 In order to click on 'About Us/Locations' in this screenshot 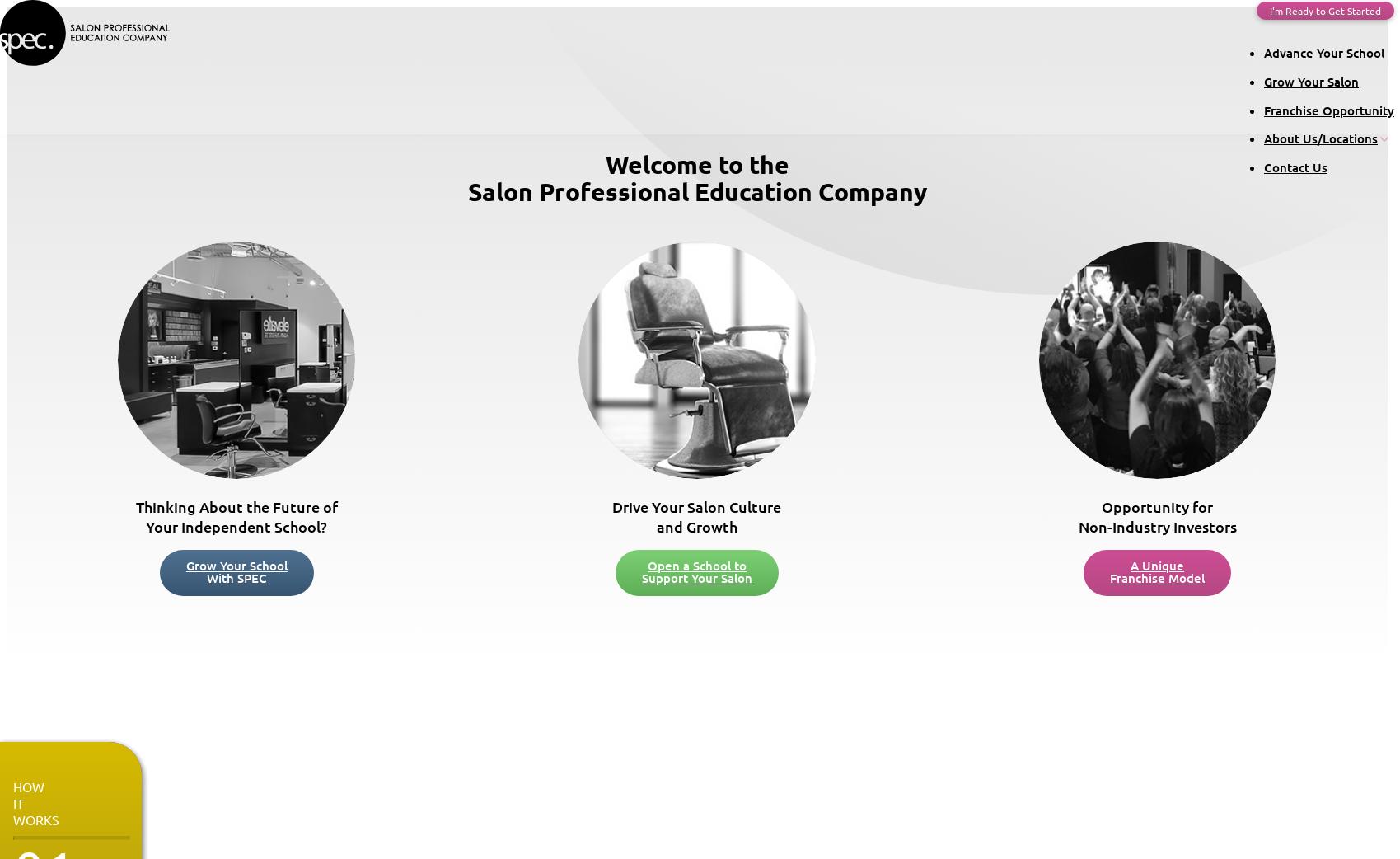, I will do `click(1264, 138)`.